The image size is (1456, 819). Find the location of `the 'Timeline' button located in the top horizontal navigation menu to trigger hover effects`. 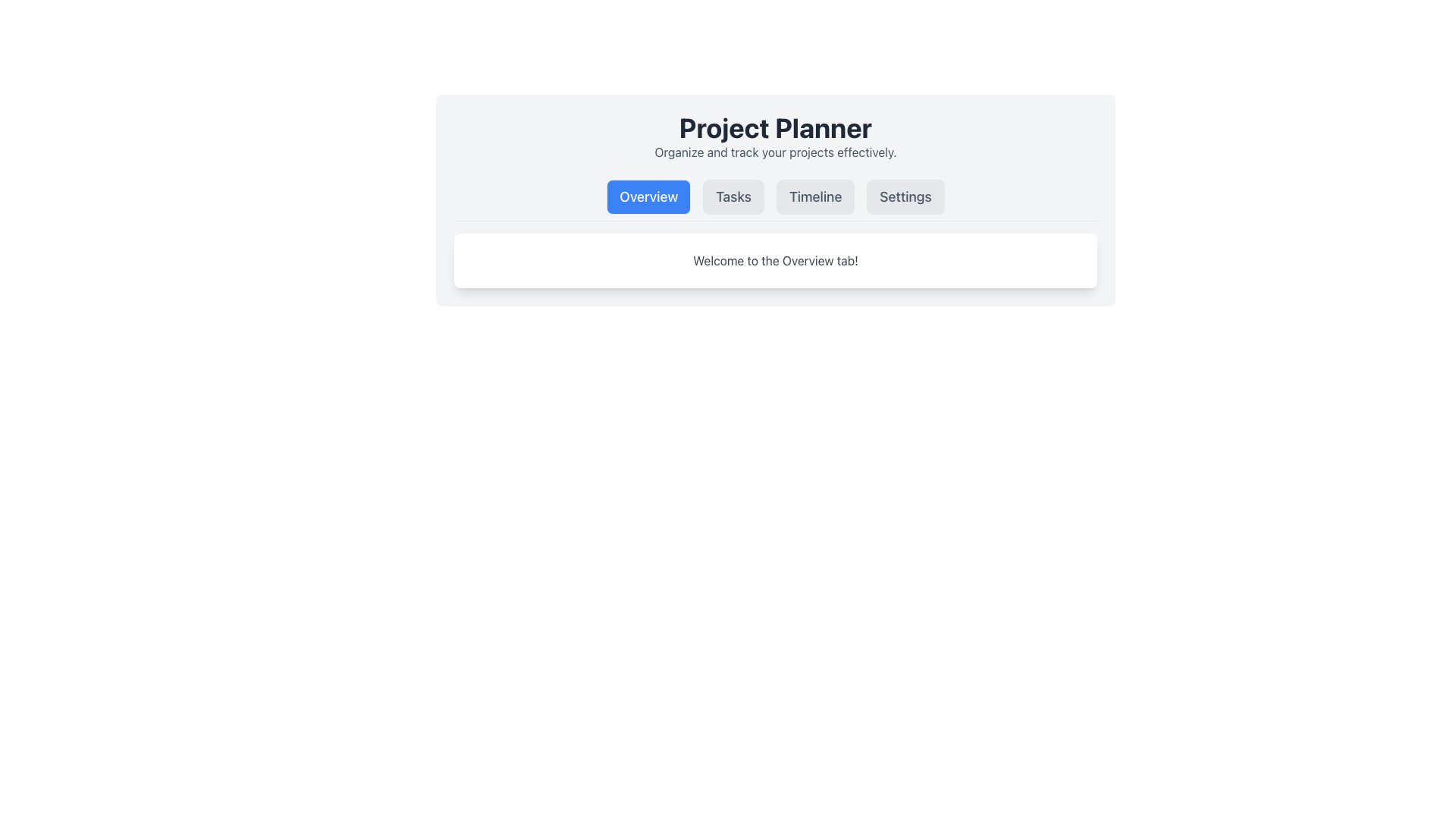

the 'Timeline' button located in the top horizontal navigation menu to trigger hover effects is located at coordinates (814, 196).